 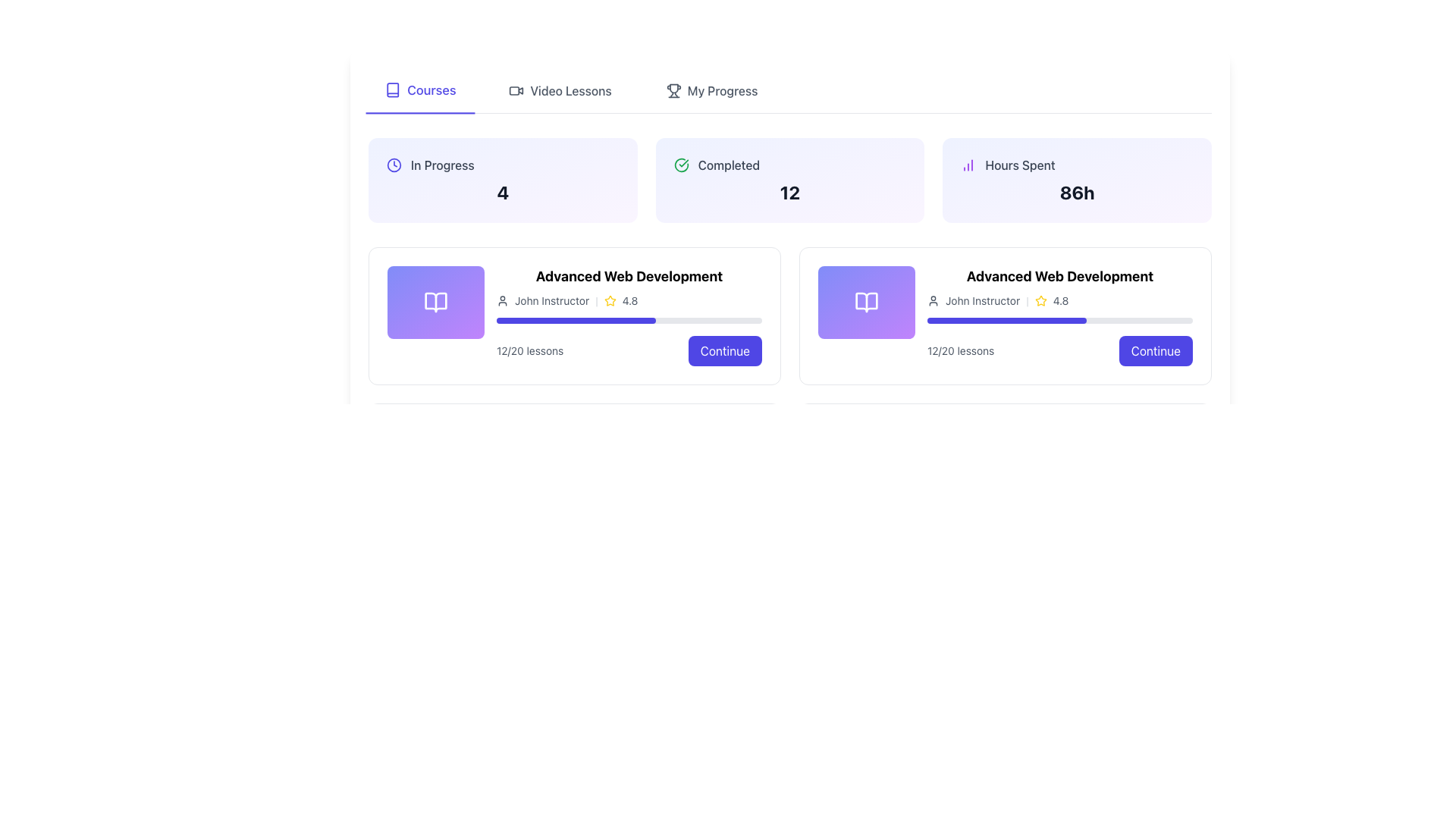 I want to click on the circular icon within the SVG clock icon that is adjacent to the 'In Progress' text in the progress tracker section, so click(x=394, y=165).